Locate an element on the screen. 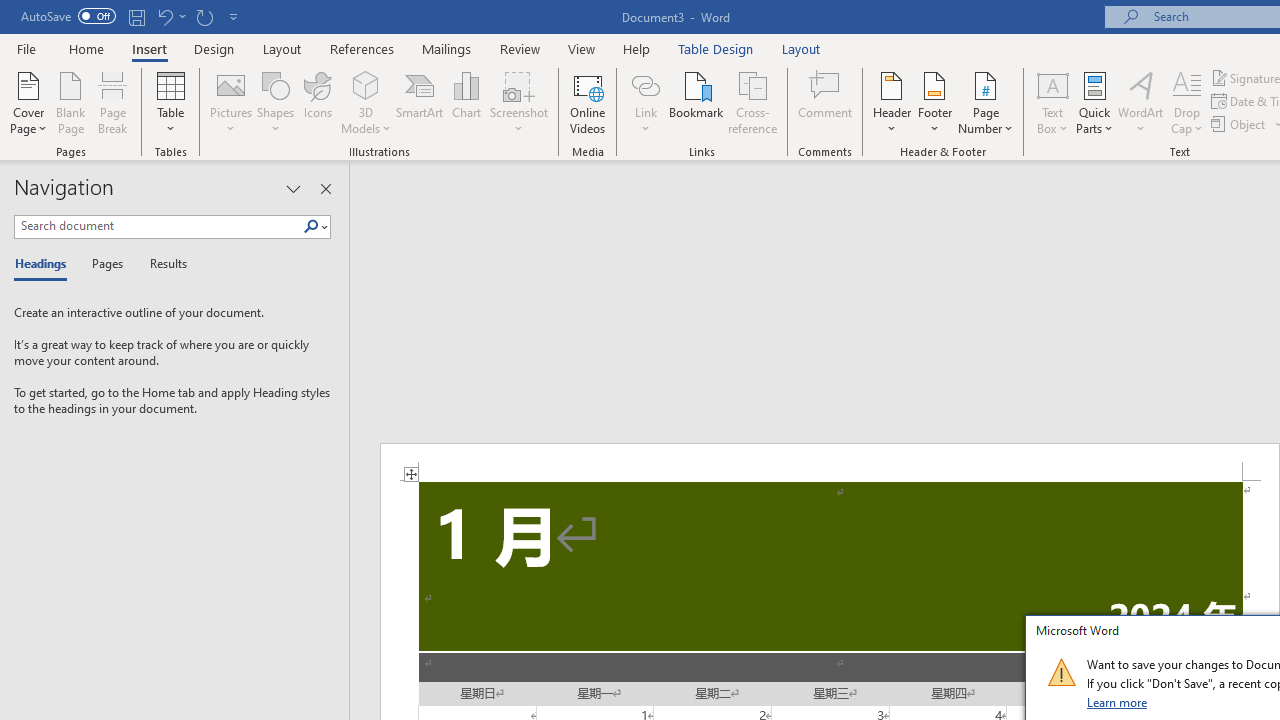 Image resolution: width=1280 pixels, height=720 pixels. 'Headings' is located at coordinates (45, 264).